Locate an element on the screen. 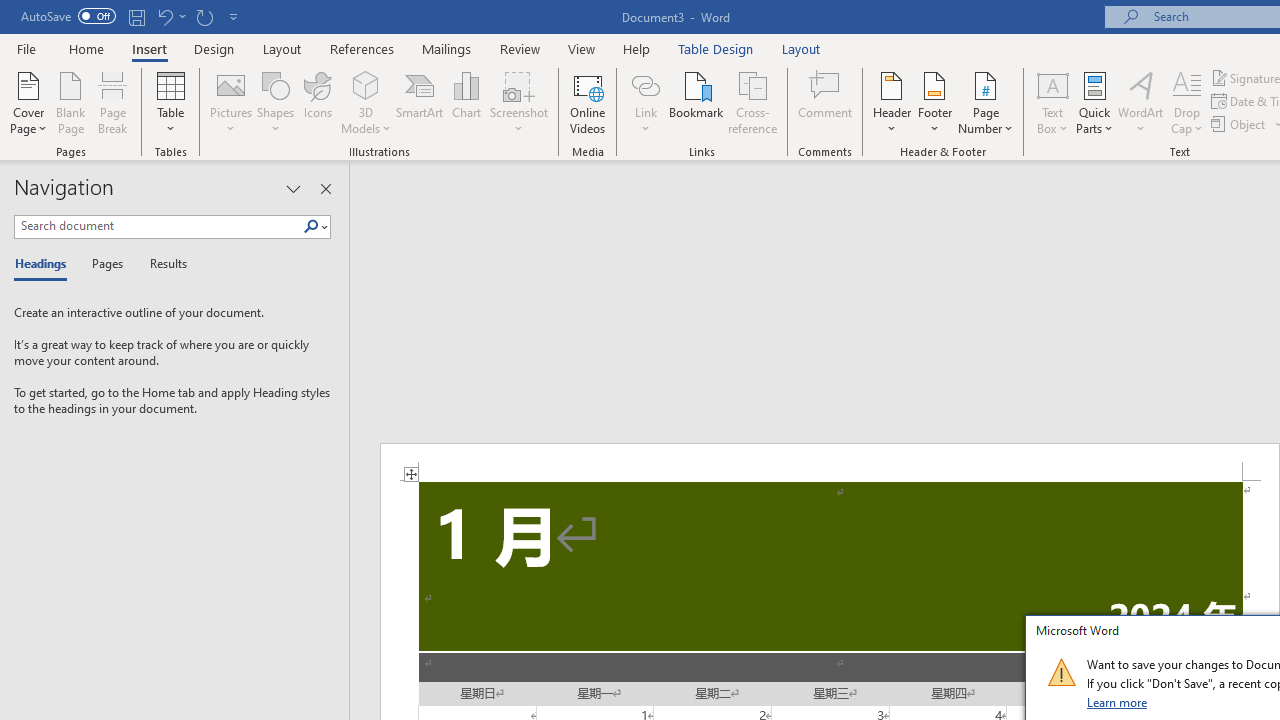 Image resolution: width=1280 pixels, height=720 pixels. 'Headings' is located at coordinates (45, 264).